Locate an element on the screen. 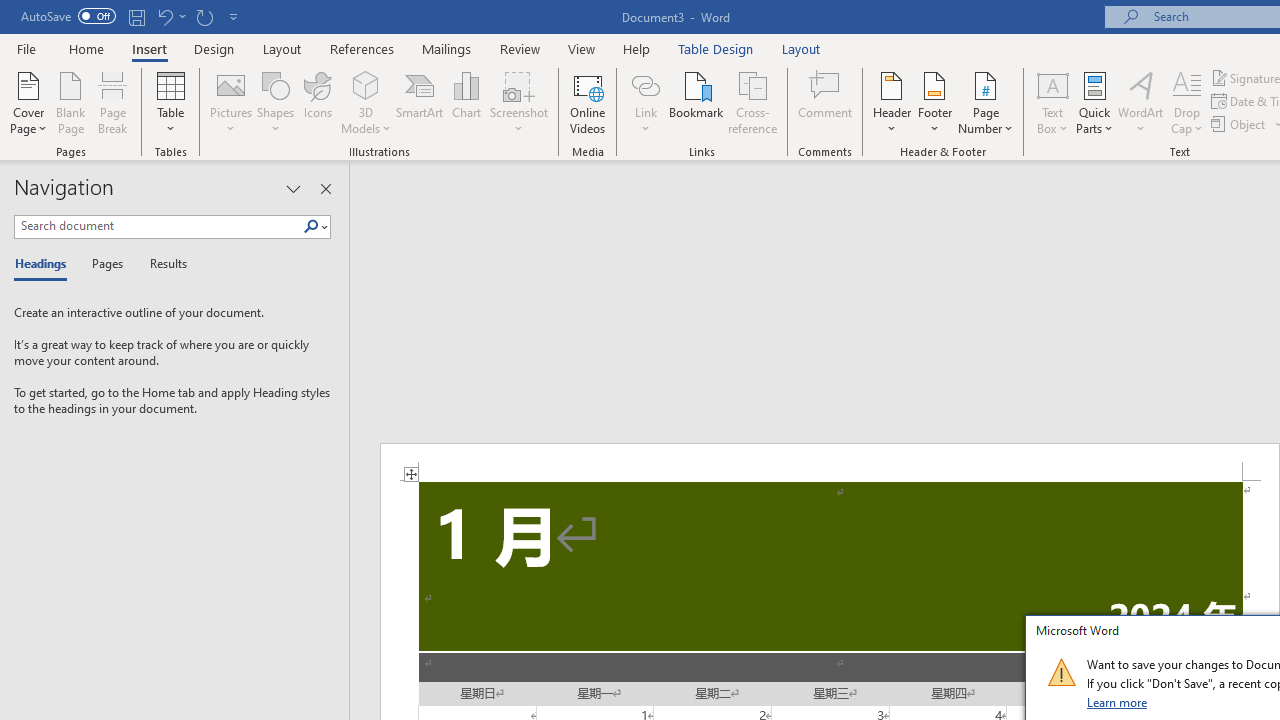 Image resolution: width=1280 pixels, height=720 pixels. 'Headings' is located at coordinates (45, 264).